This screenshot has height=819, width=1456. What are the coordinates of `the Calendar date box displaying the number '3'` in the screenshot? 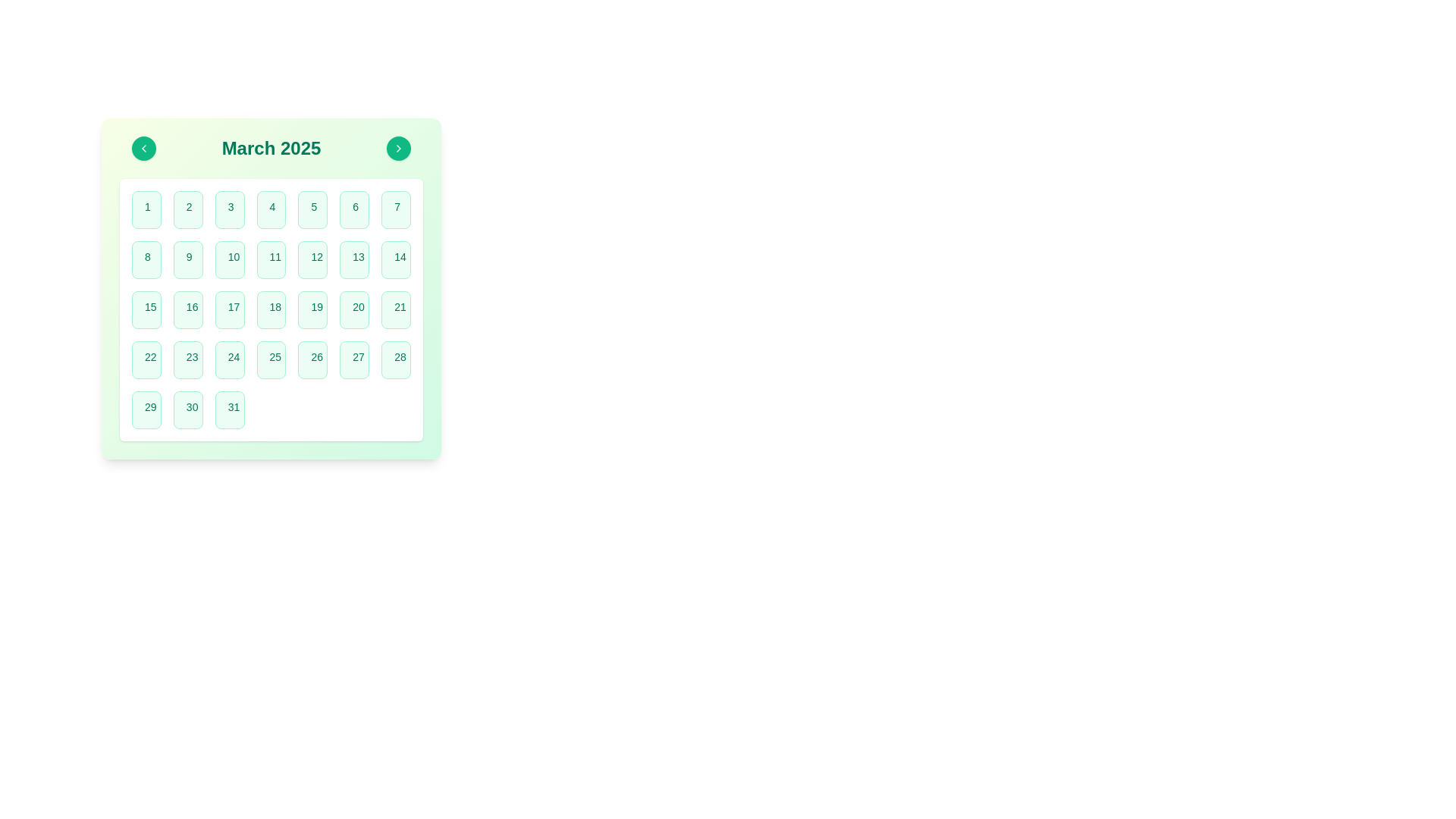 It's located at (229, 210).